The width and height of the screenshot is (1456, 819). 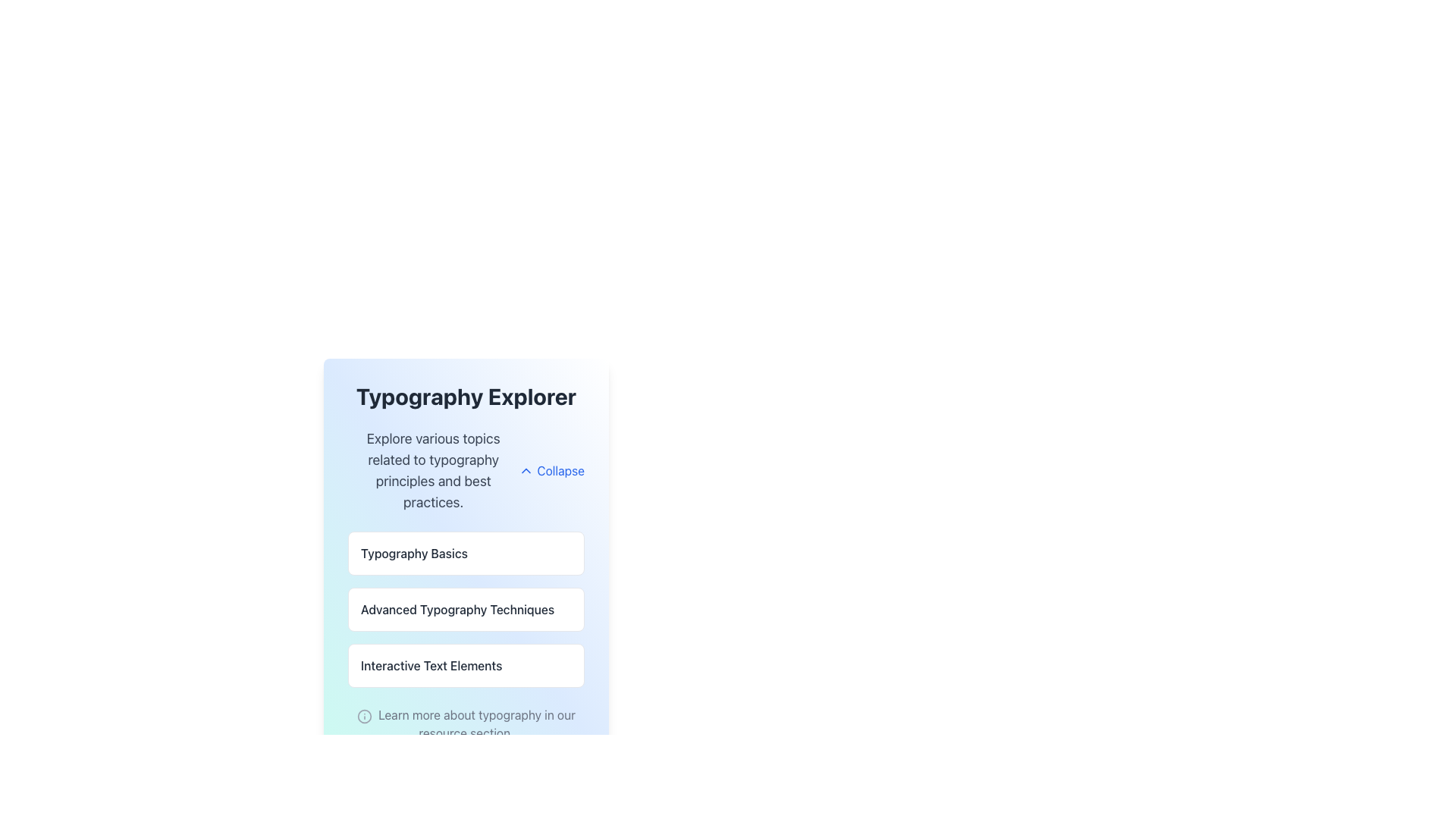 What do you see at coordinates (465, 562) in the screenshot?
I see `the 'Typography Basics' button, which is the first button in a vertical stack under the 'Typography Explorer' title and above the 'Advanced Typography Techniques' button` at bounding box center [465, 562].